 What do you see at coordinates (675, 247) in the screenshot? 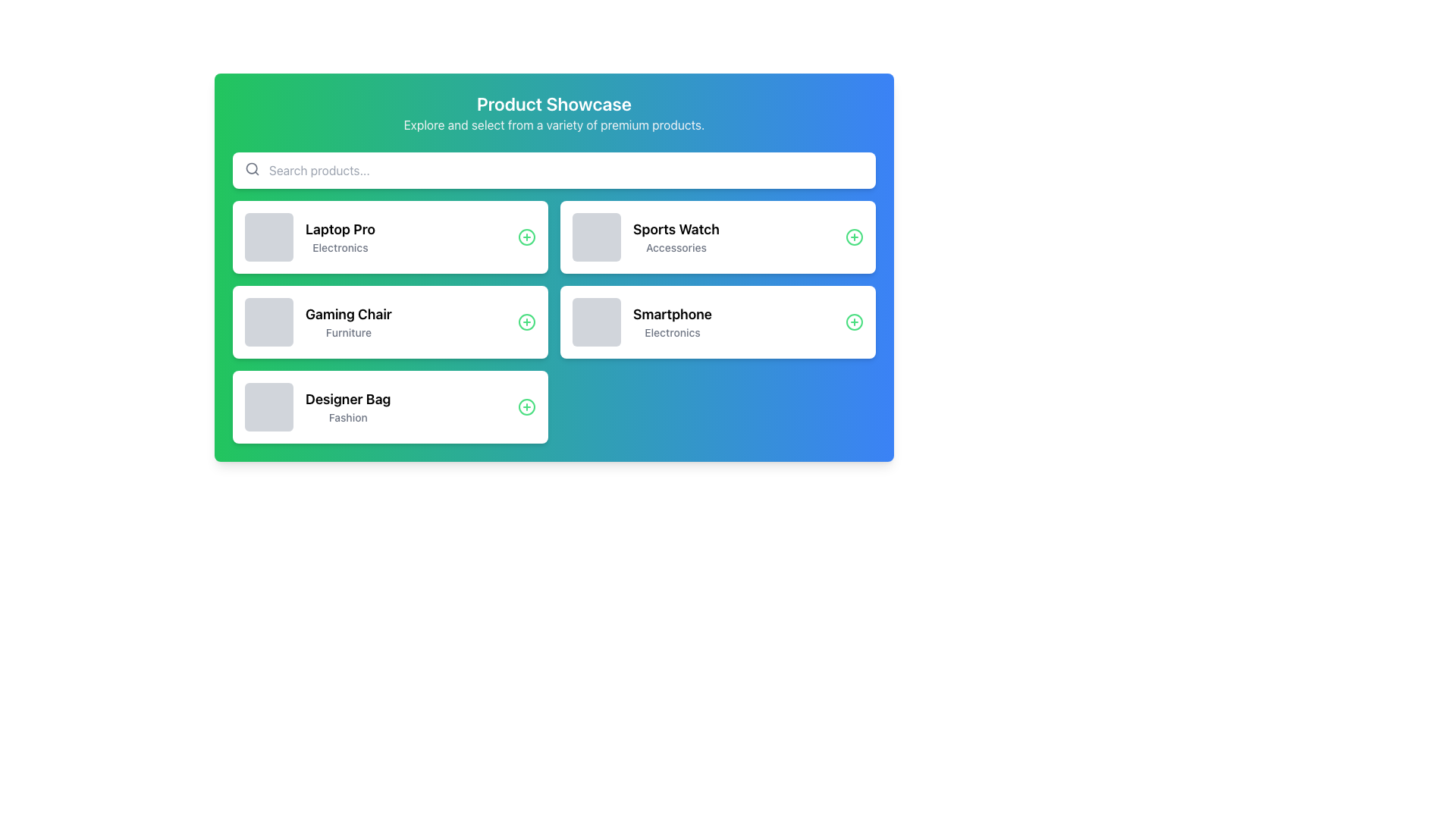
I see `the Static Text Label displaying 'Accessories', located directly below 'Sports Watch' in the right-side card of the second row in the grid layout` at bounding box center [675, 247].